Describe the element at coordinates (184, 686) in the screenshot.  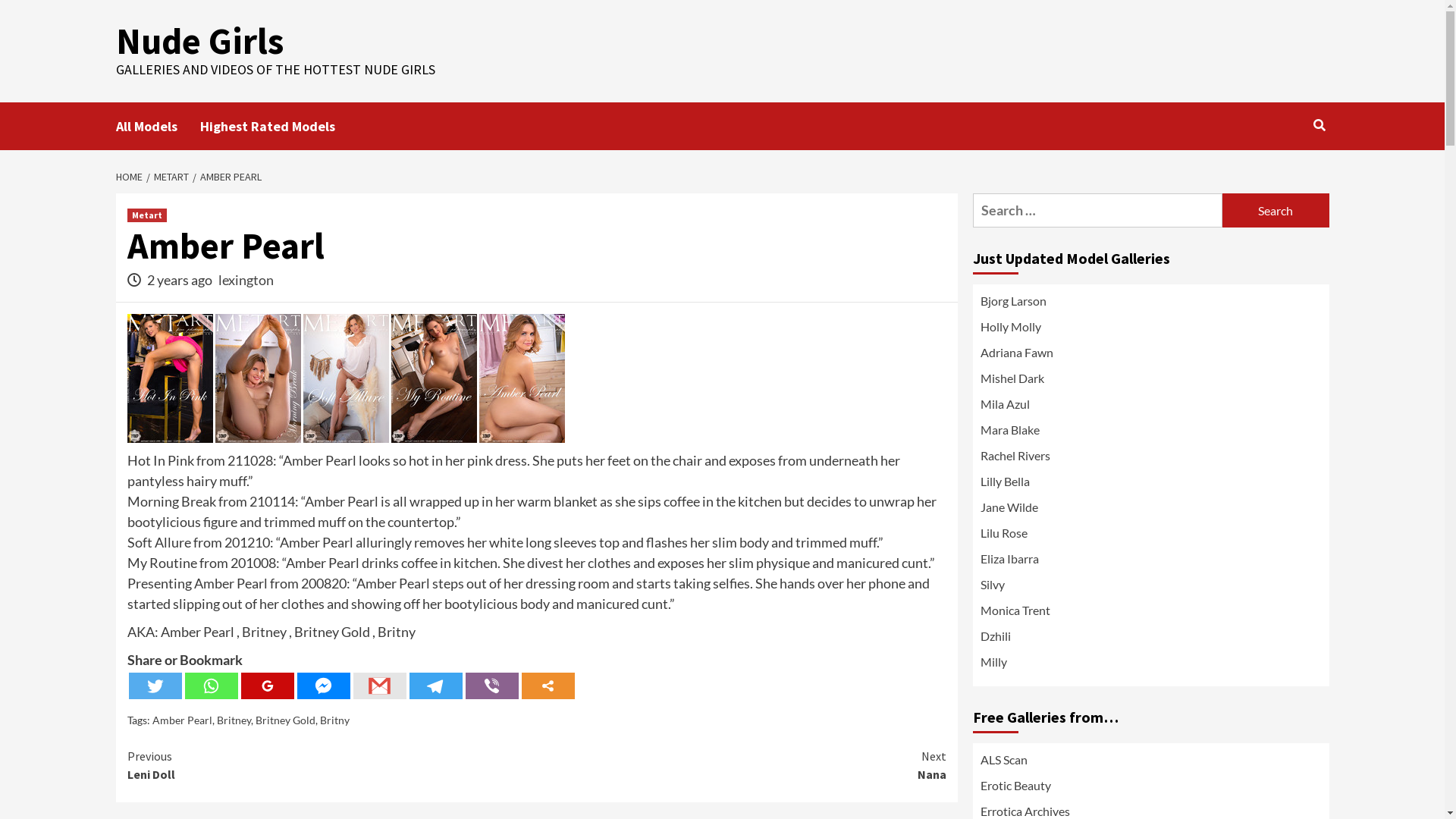
I see `'Whatsapp'` at that location.